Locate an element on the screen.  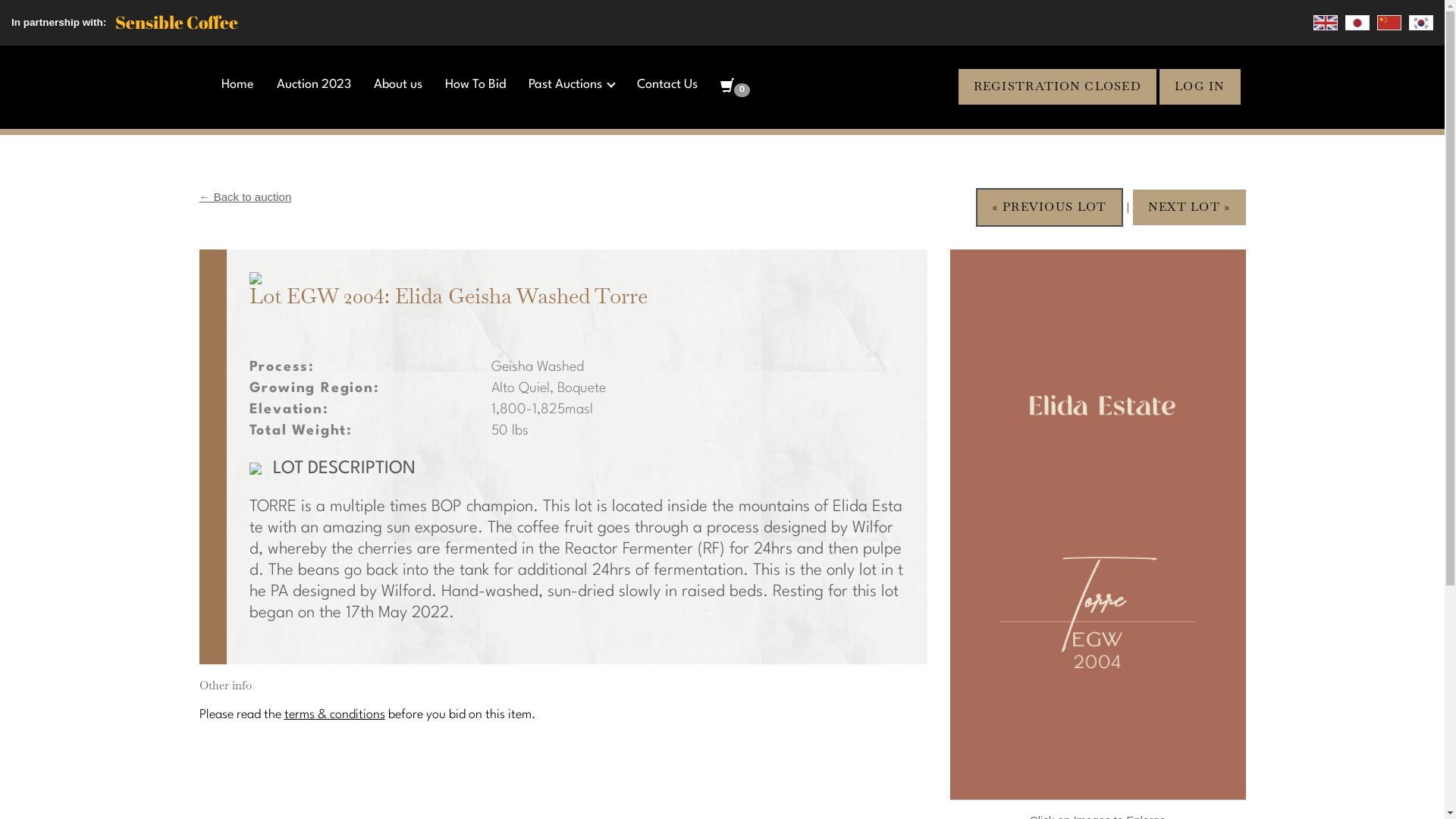
'LOG IN' is located at coordinates (1199, 86).